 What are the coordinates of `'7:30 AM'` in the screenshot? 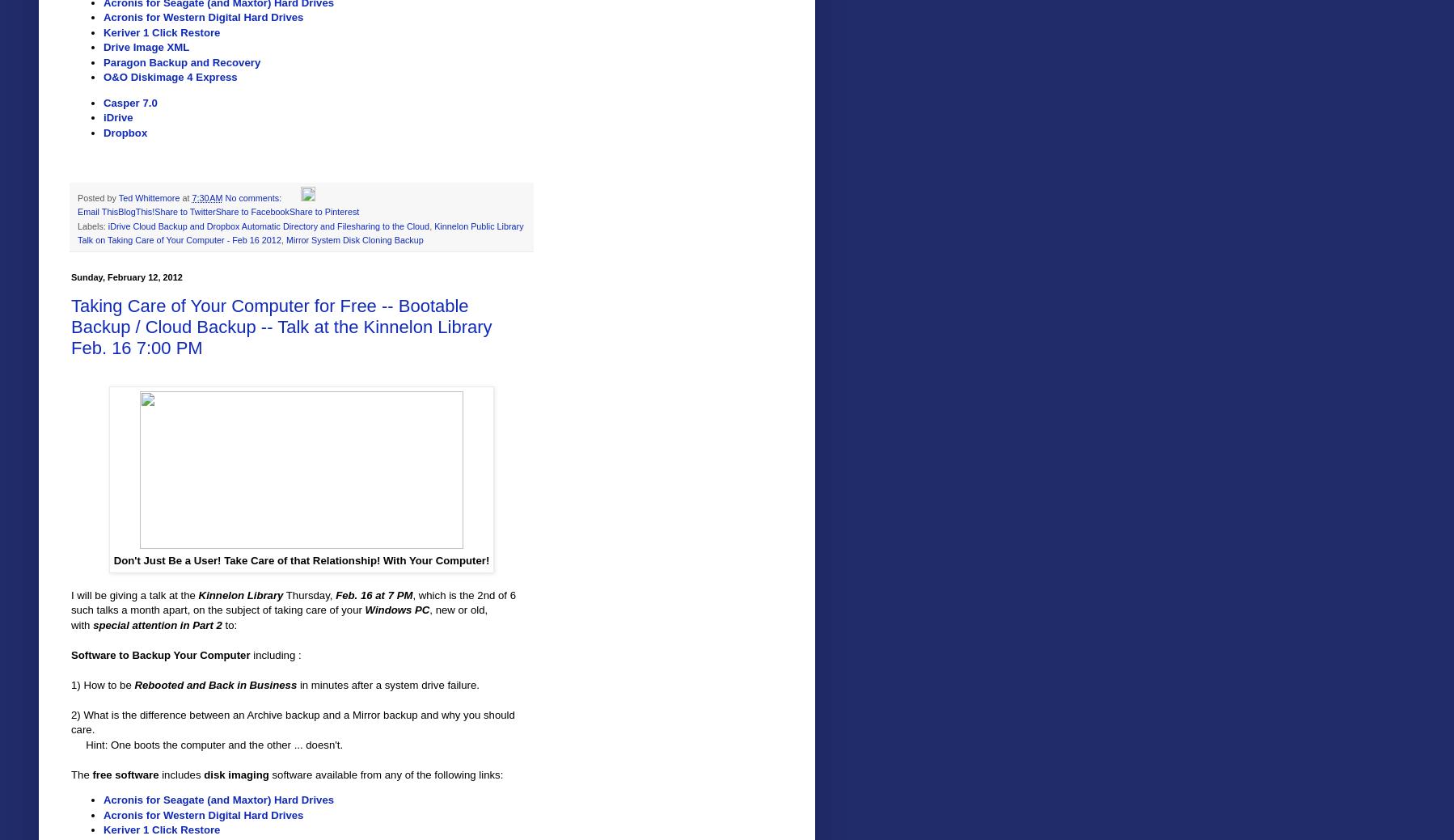 It's located at (207, 197).